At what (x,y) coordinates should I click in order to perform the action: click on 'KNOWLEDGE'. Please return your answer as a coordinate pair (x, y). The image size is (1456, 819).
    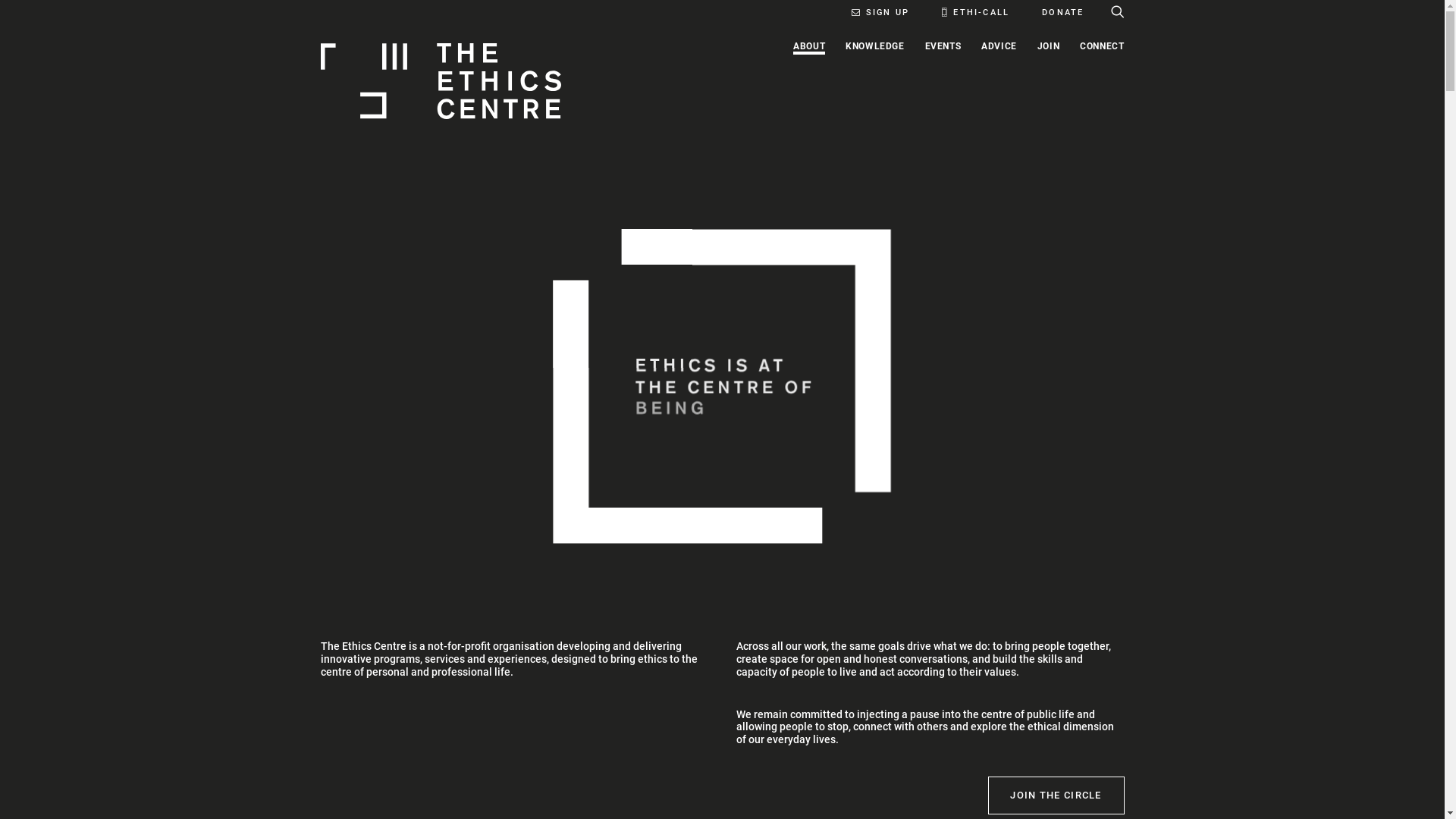
    Looking at the image, I should click on (874, 81).